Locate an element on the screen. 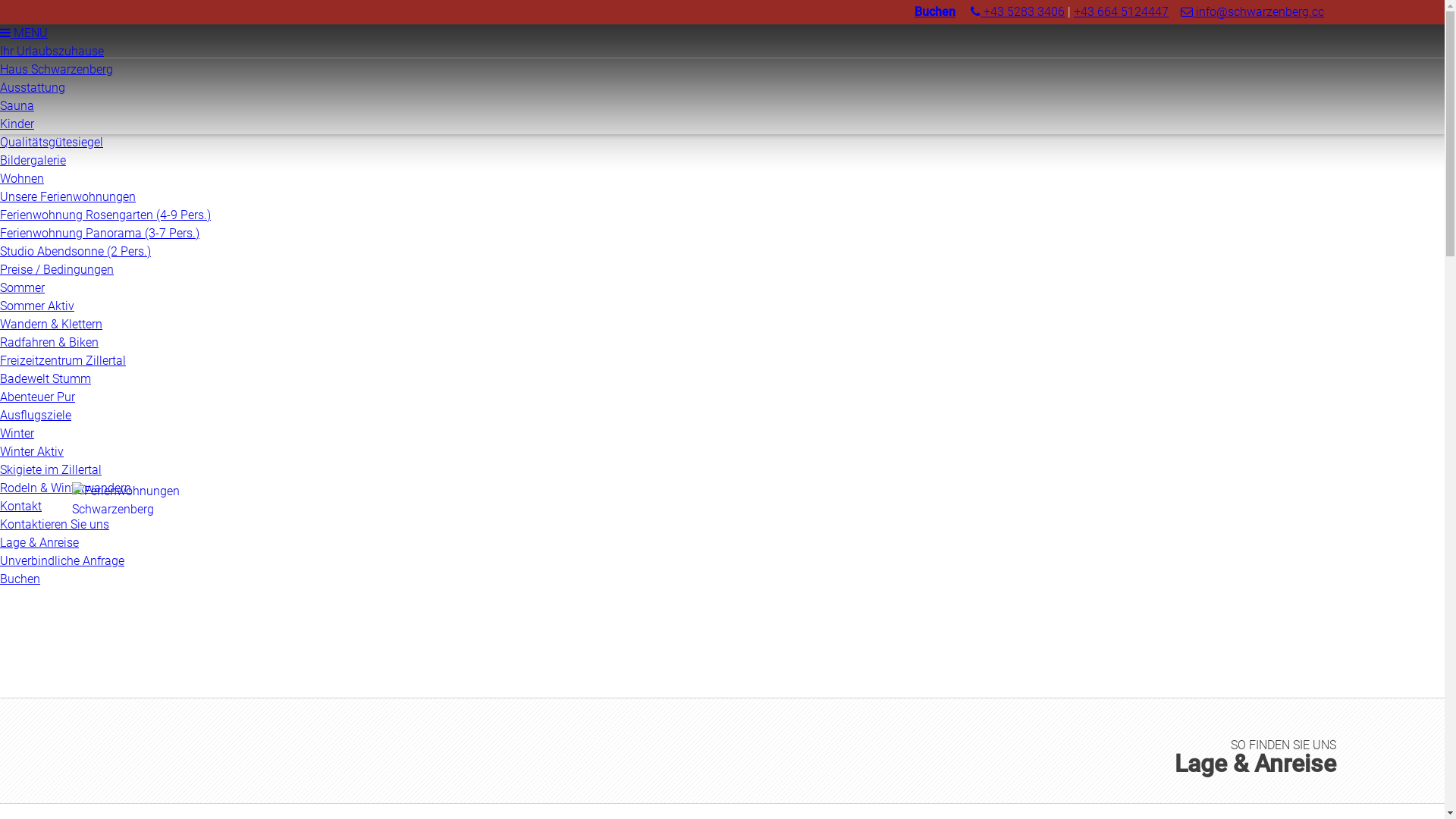 The image size is (1456, 819). 'Ferienwohnung Rosengarten (4-9 Pers.)' is located at coordinates (105, 215).